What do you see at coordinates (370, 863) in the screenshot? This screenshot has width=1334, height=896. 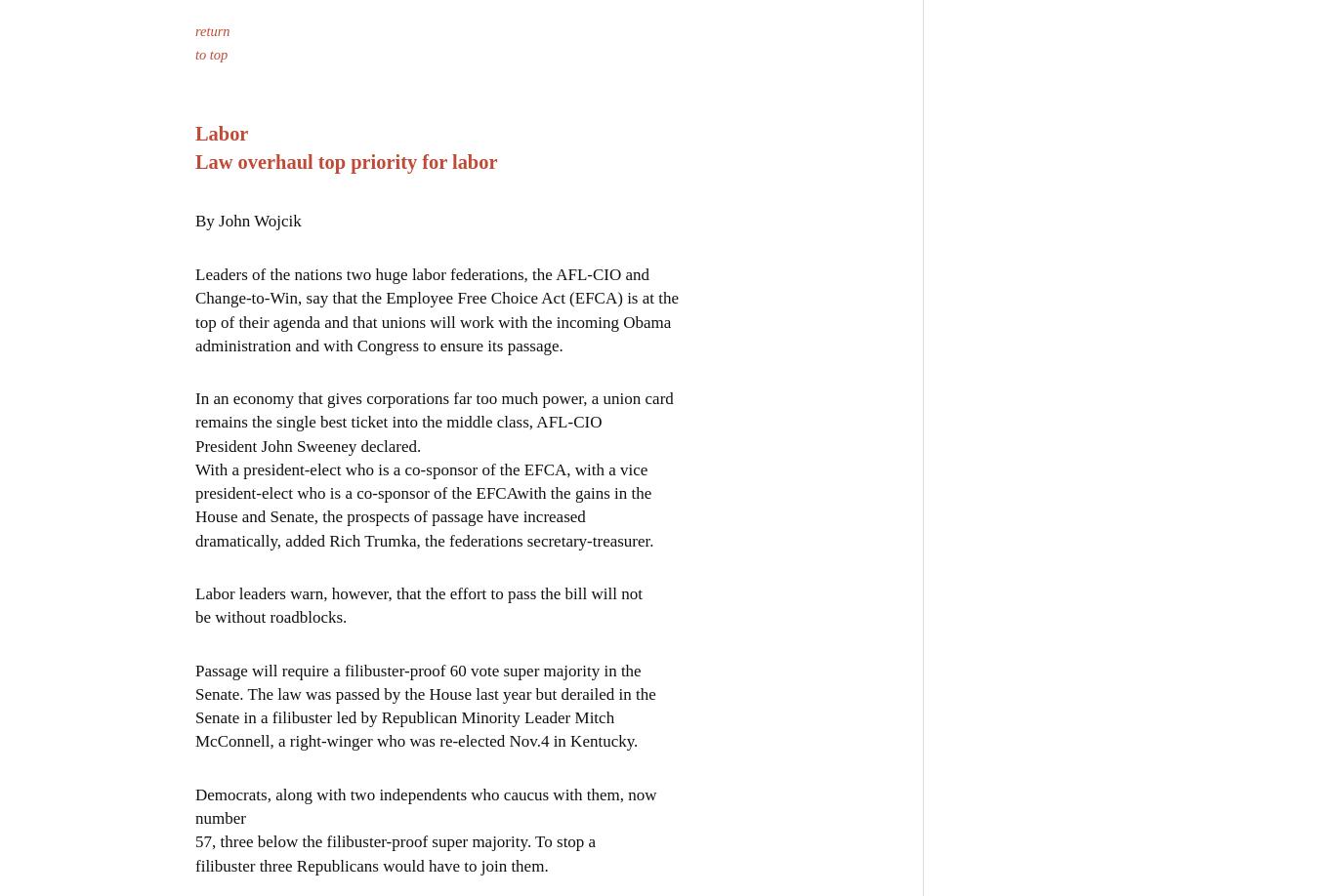 I see `'filibuster three Republicans would have to join them.'` at bounding box center [370, 863].